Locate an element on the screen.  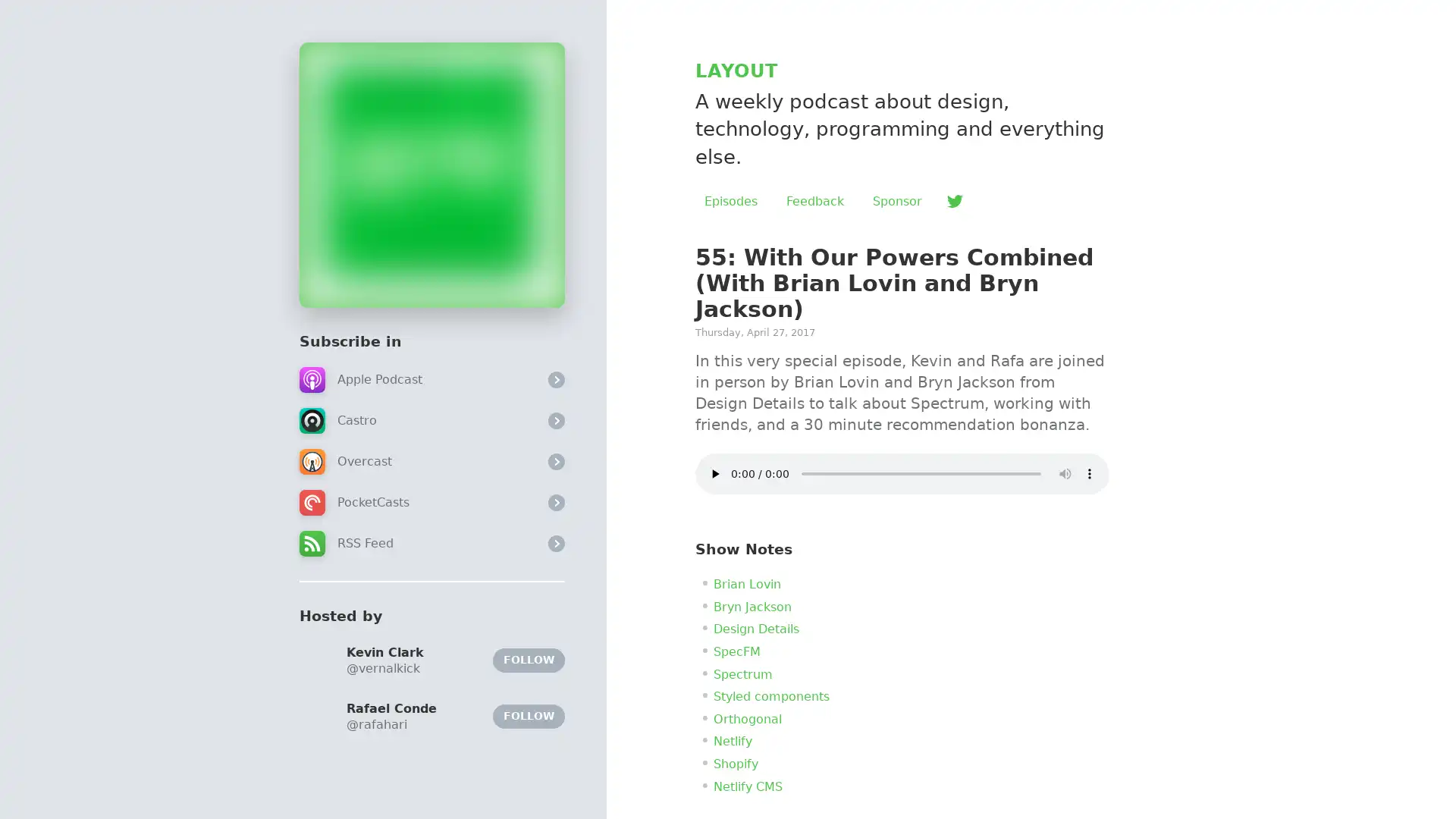
mute is located at coordinates (1065, 472).